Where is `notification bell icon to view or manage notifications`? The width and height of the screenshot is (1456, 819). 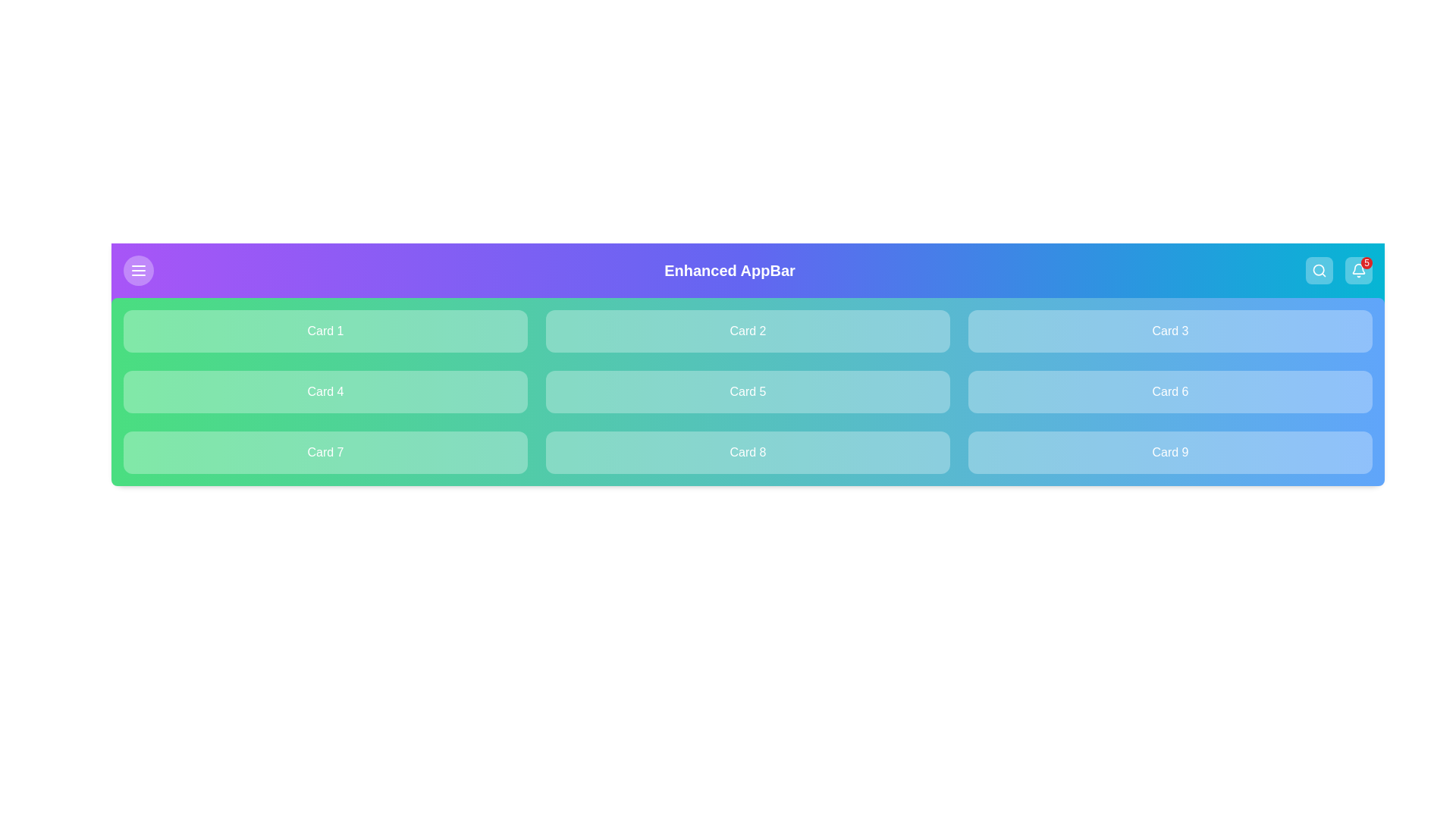 notification bell icon to view or manage notifications is located at coordinates (1358, 270).